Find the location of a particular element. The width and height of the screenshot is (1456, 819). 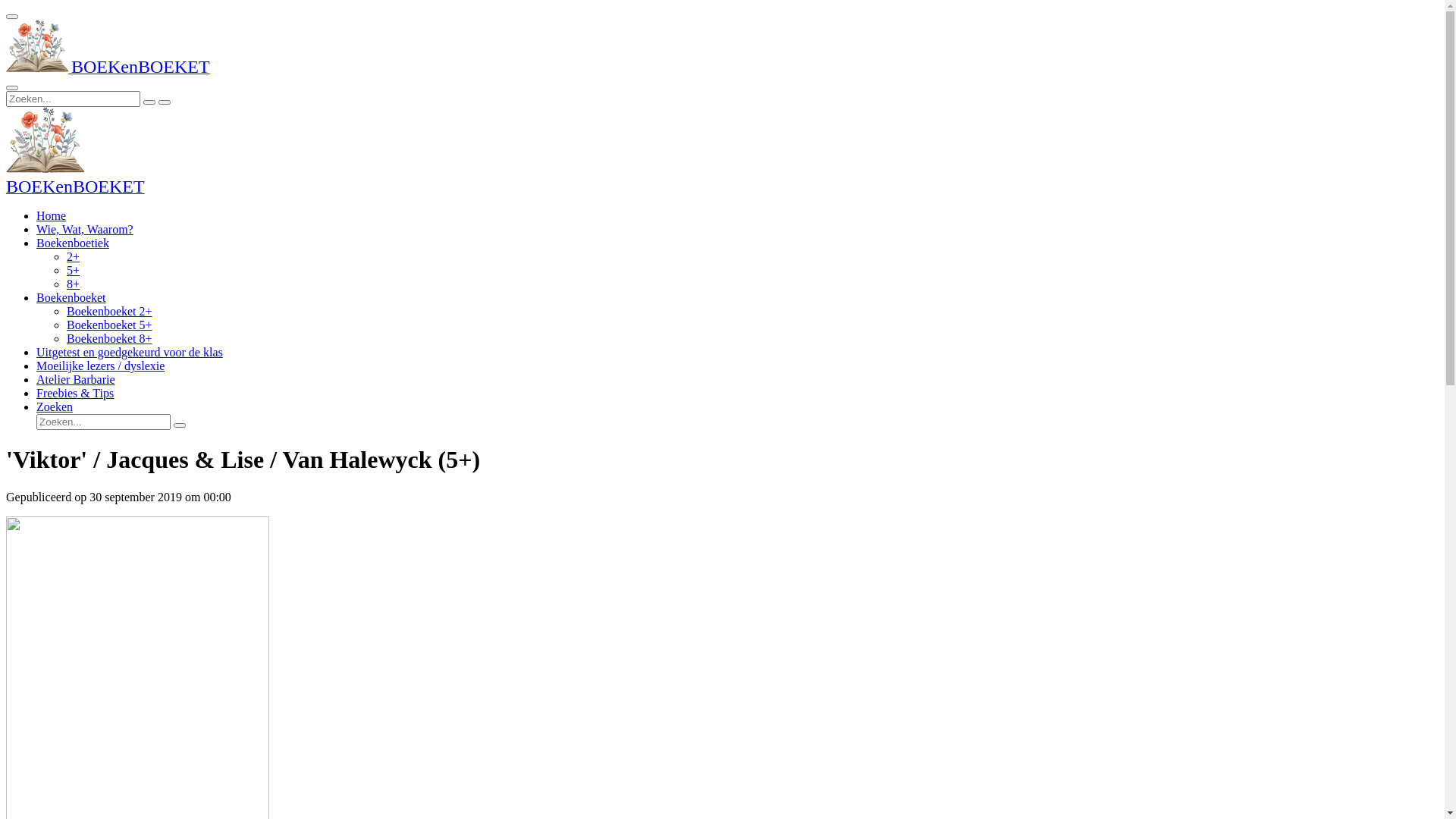

'BOEKenBOEKET' is located at coordinates (45, 140).